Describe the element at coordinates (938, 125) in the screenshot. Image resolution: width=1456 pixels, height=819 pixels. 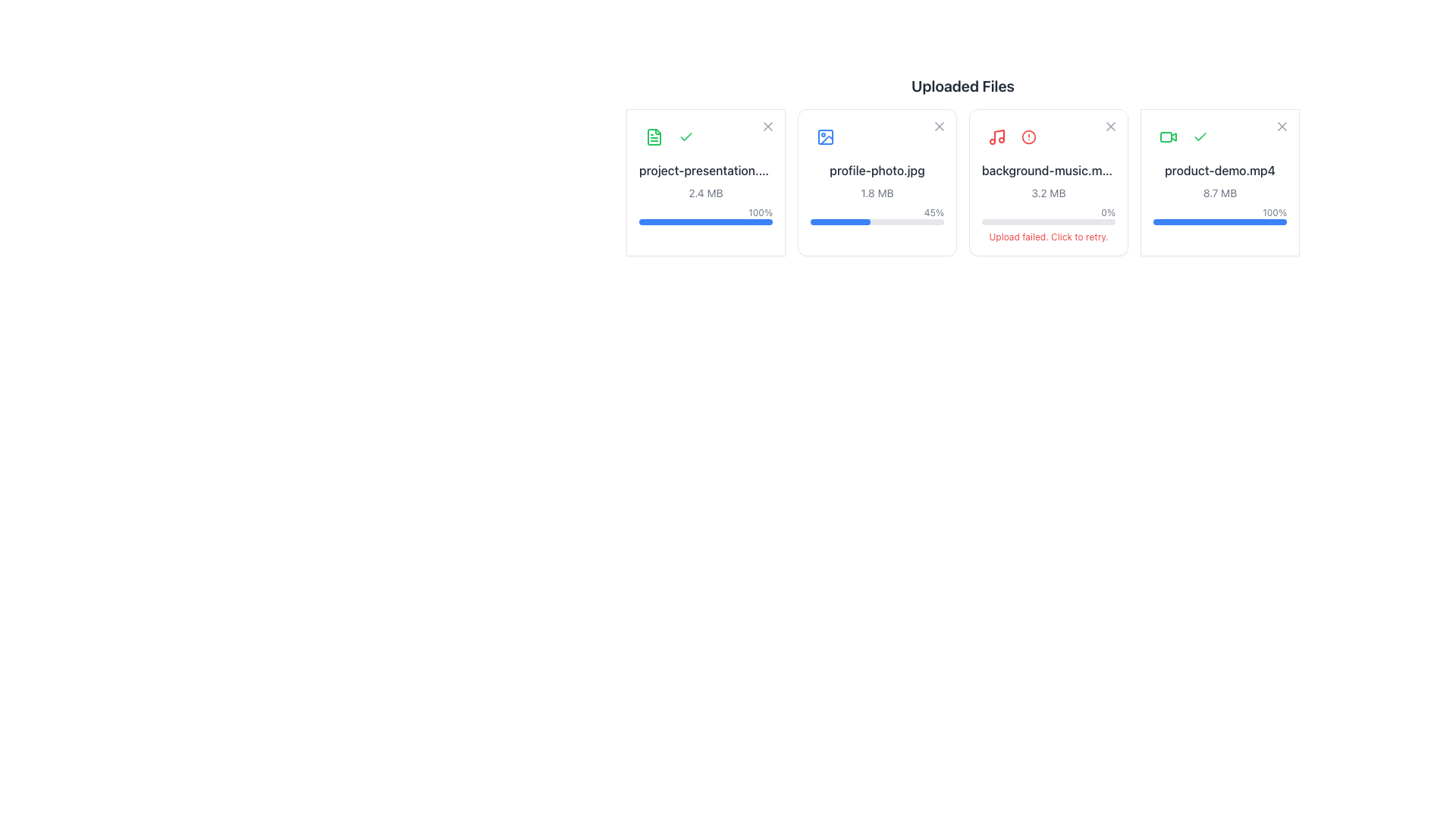
I see `the icon button in the top-right corner of the file card labeled 'profile-photo.jpg'` at that location.